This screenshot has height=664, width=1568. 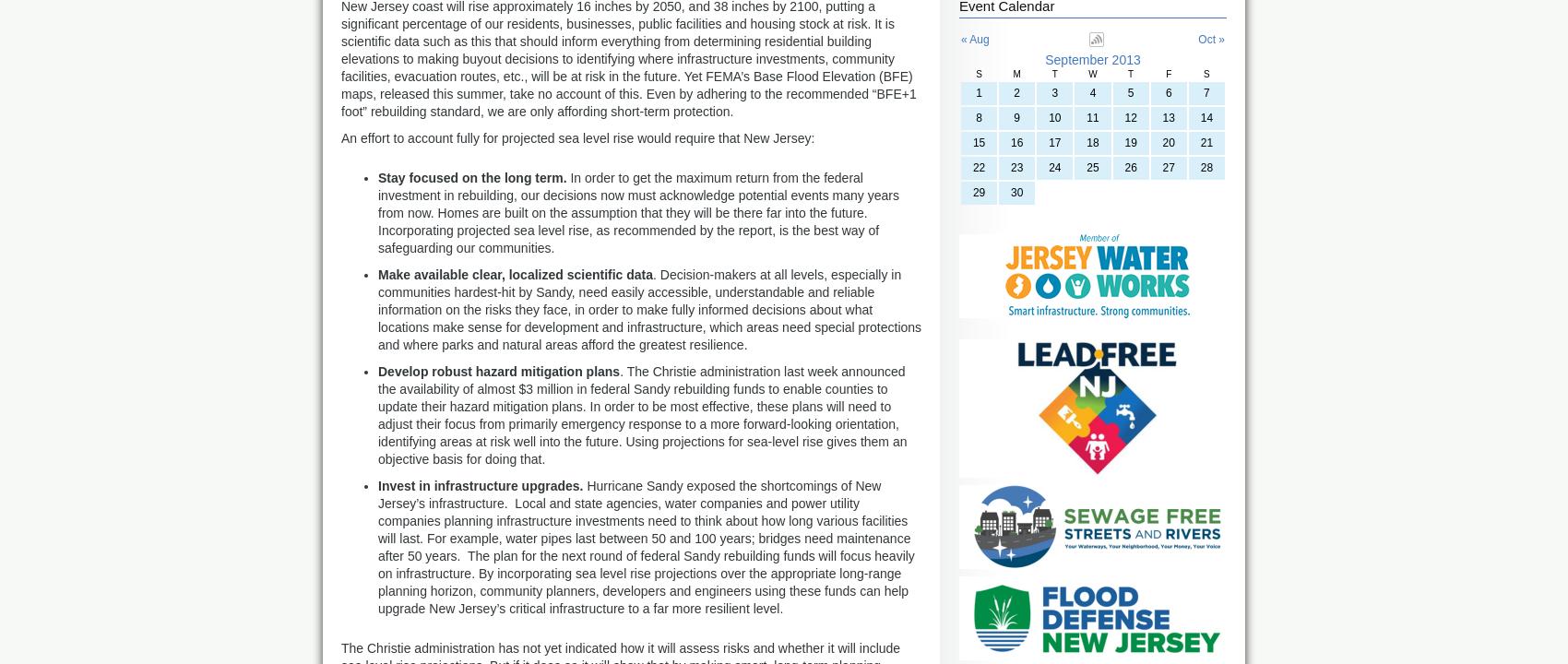 What do you see at coordinates (497, 371) in the screenshot?
I see `'Develop robust hazard mitigation plans'` at bounding box center [497, 371].